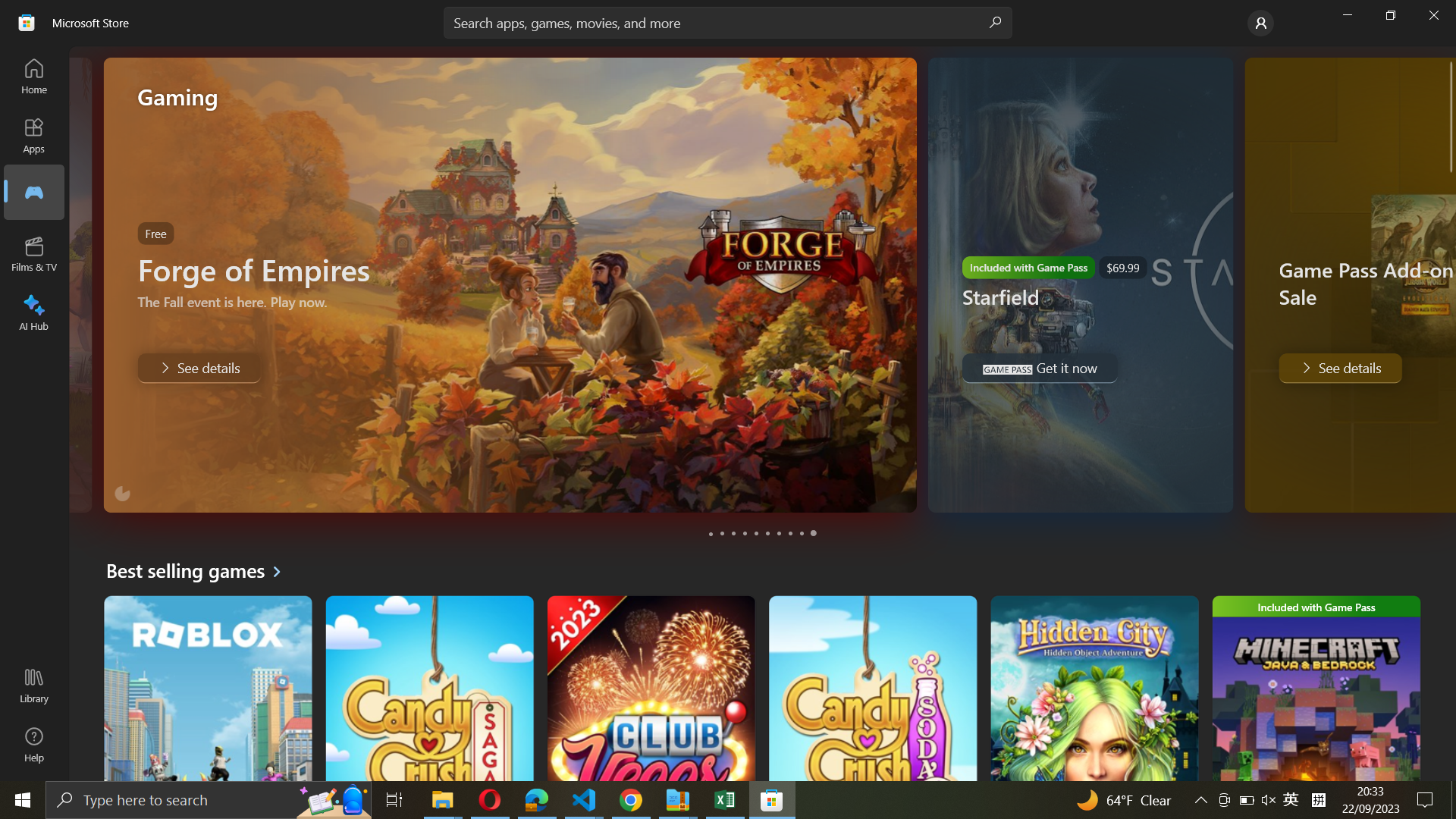  What do you see at coordinates (33, 745) in the screenshot?
I see `the Help menu` at bounding box center [33, 745].